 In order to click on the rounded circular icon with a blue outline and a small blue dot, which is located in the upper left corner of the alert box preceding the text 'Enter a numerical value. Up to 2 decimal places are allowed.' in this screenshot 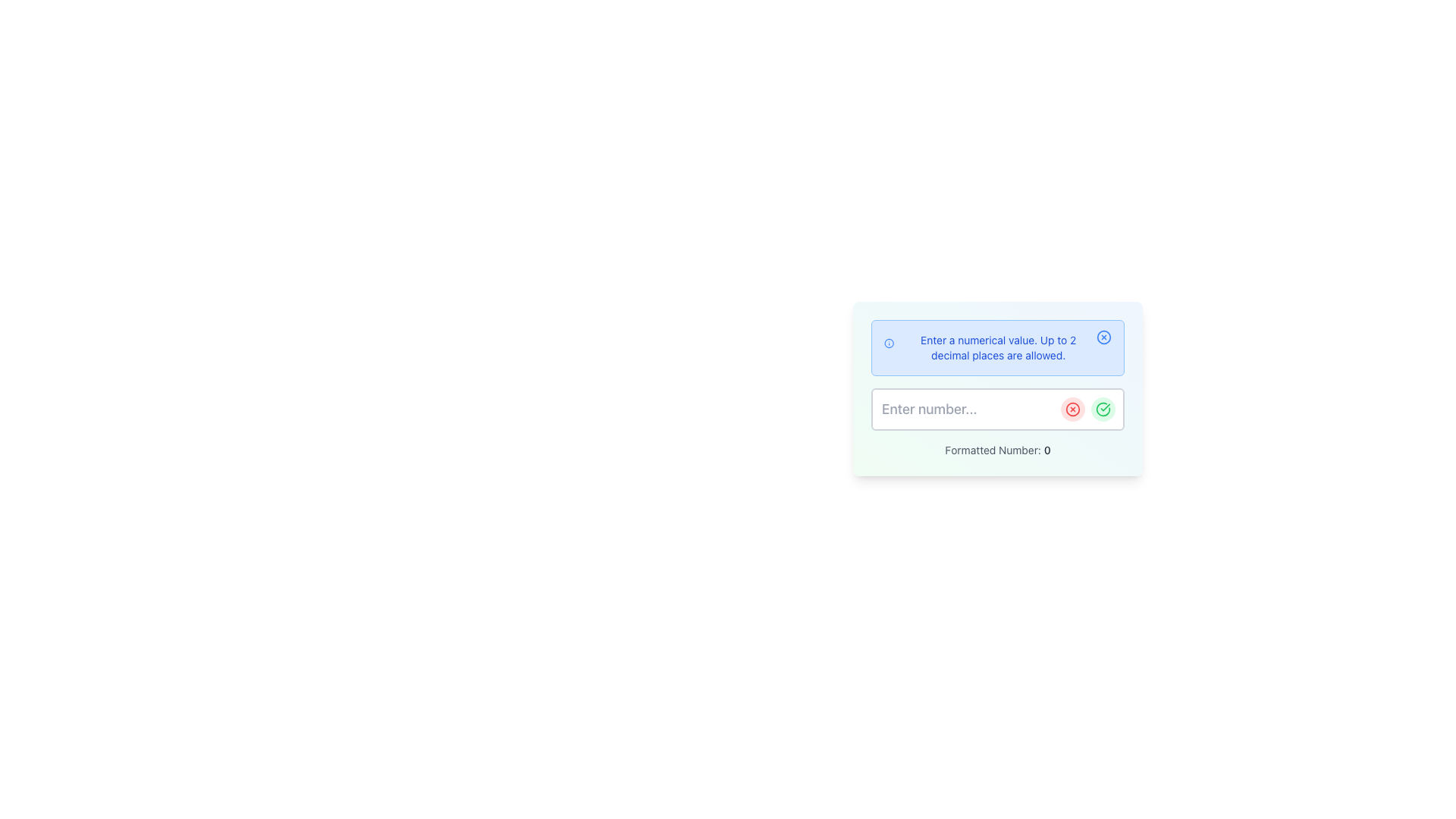, I will do `click(889, 343)`.